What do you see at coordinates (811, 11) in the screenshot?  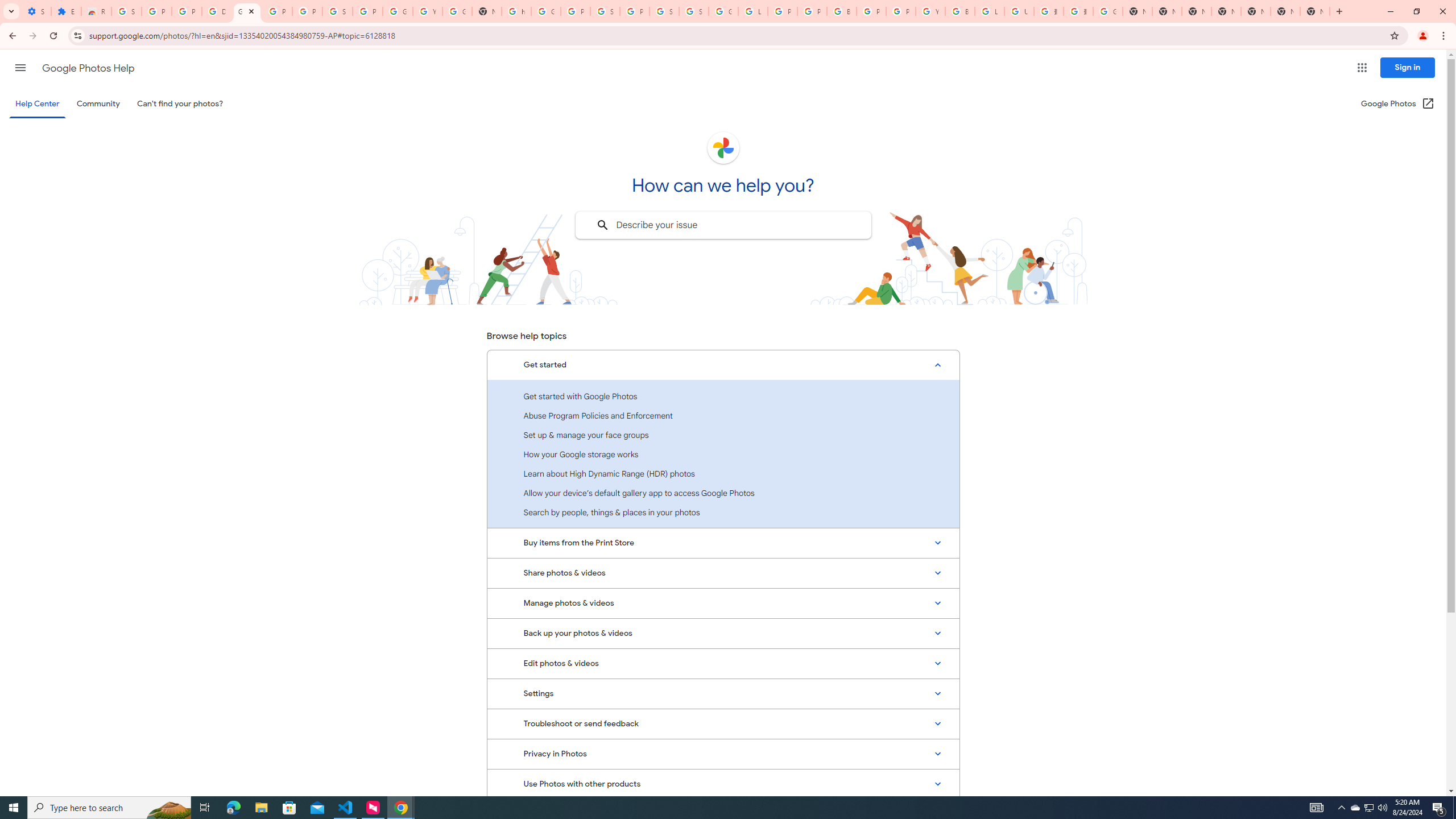 I see `'Privacy Help Center - Policies Help'` at bounding box center [811, 11].